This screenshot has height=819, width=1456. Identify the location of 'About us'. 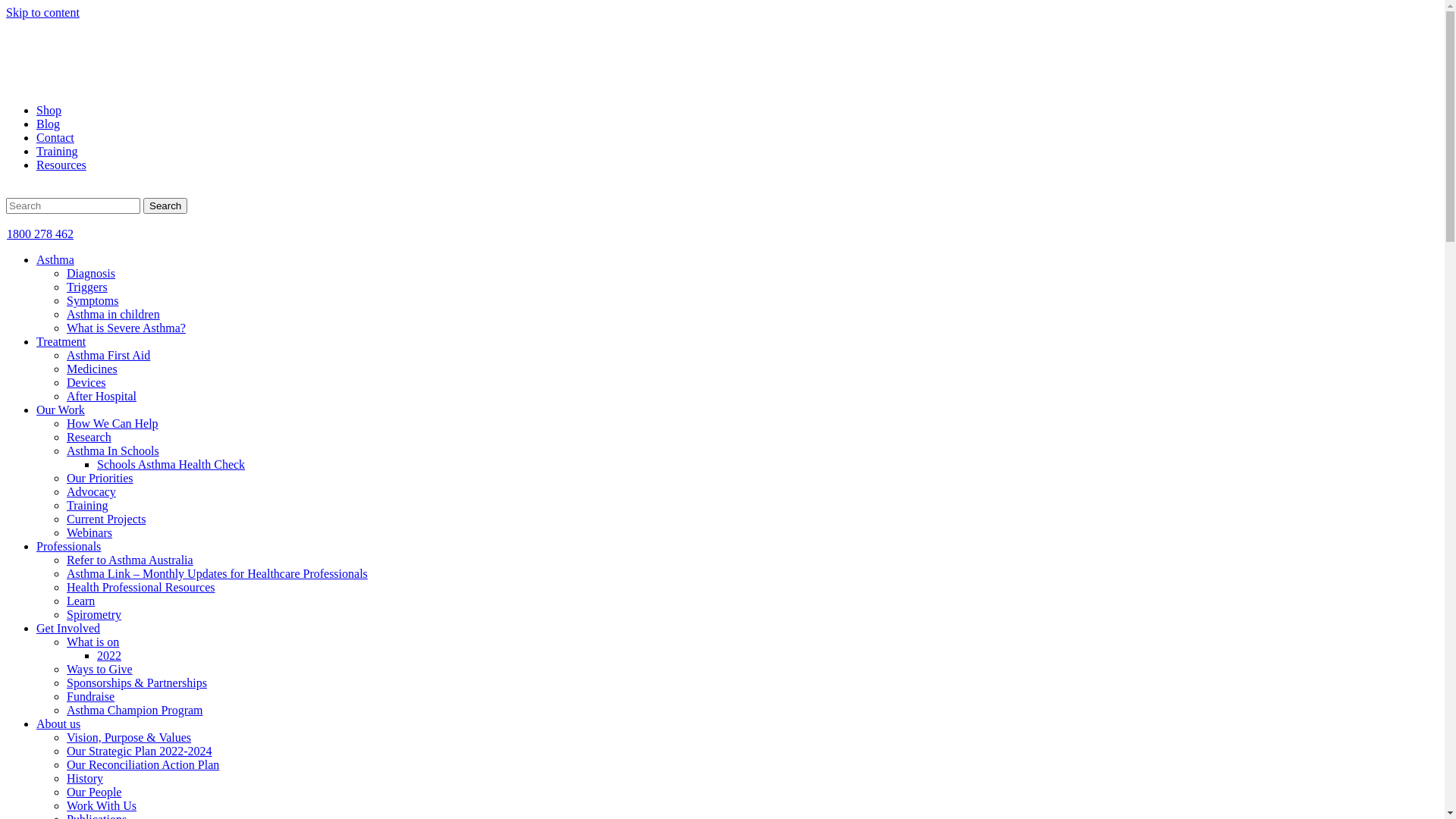
(58, 723).